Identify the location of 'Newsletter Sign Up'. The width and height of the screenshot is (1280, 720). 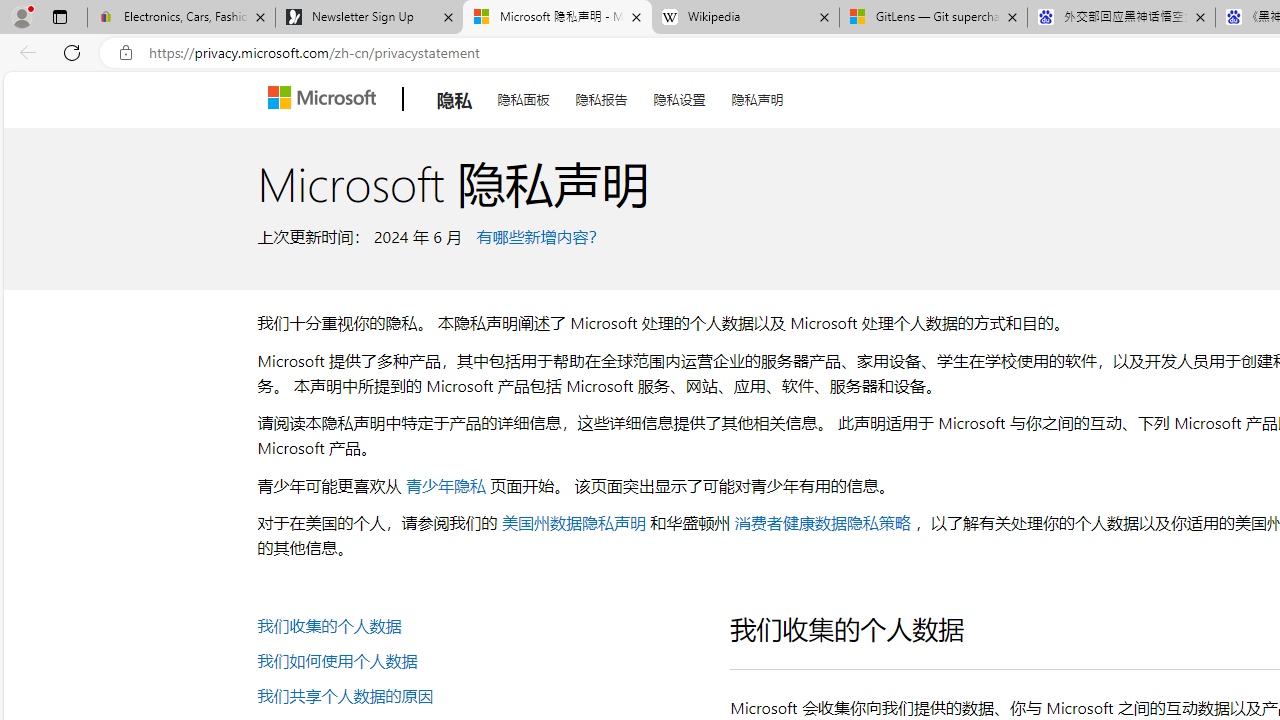
(369, 17).